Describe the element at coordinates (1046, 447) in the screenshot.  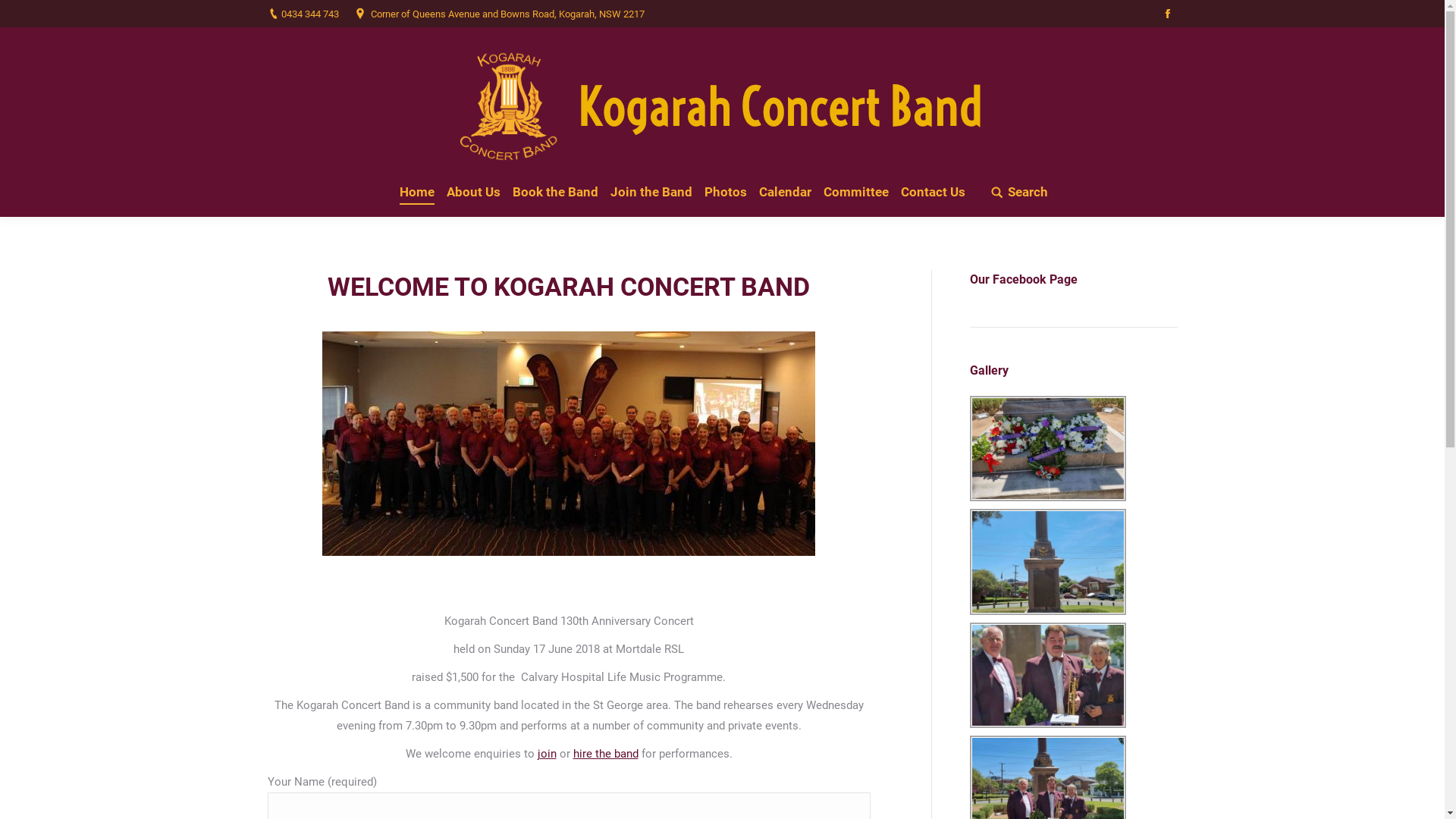
I see `'Remembrance-Day-2023-.jpg5_'` at that location.